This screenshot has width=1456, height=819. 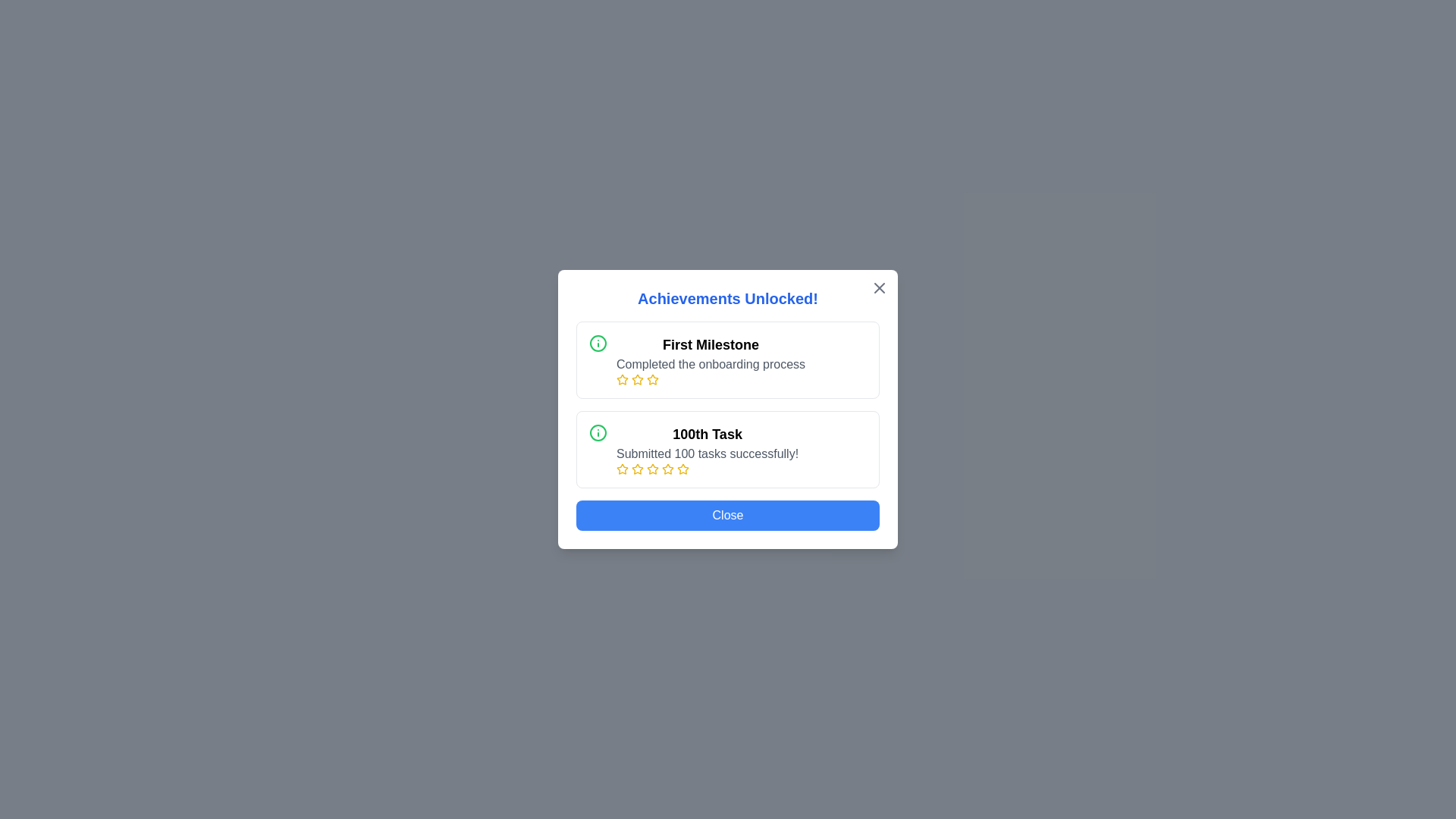 I want to click on the text block that provides descriptive information about the 'First Milestone', so click(x=710, y=365).